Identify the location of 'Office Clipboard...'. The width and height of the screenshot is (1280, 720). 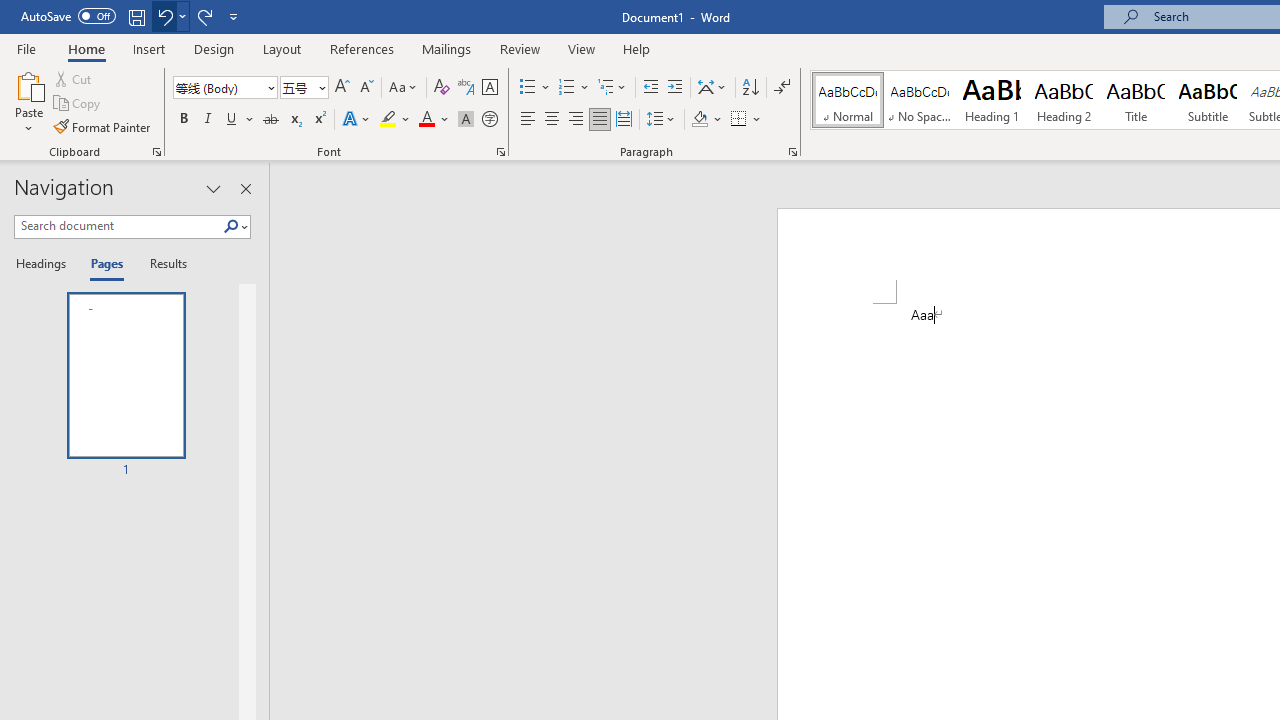
(155, 150).